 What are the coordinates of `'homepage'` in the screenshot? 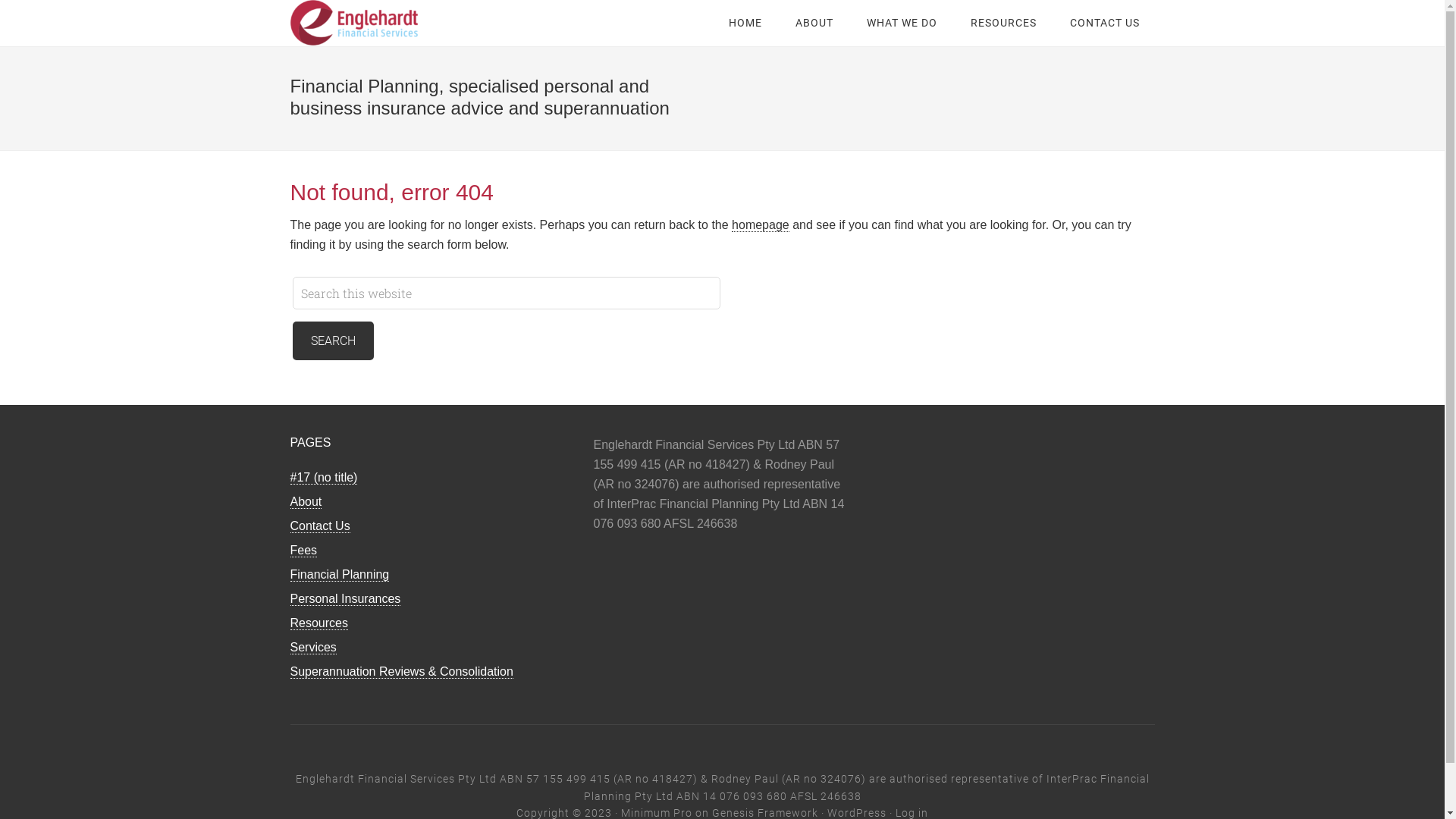 It's located at (731, 225).